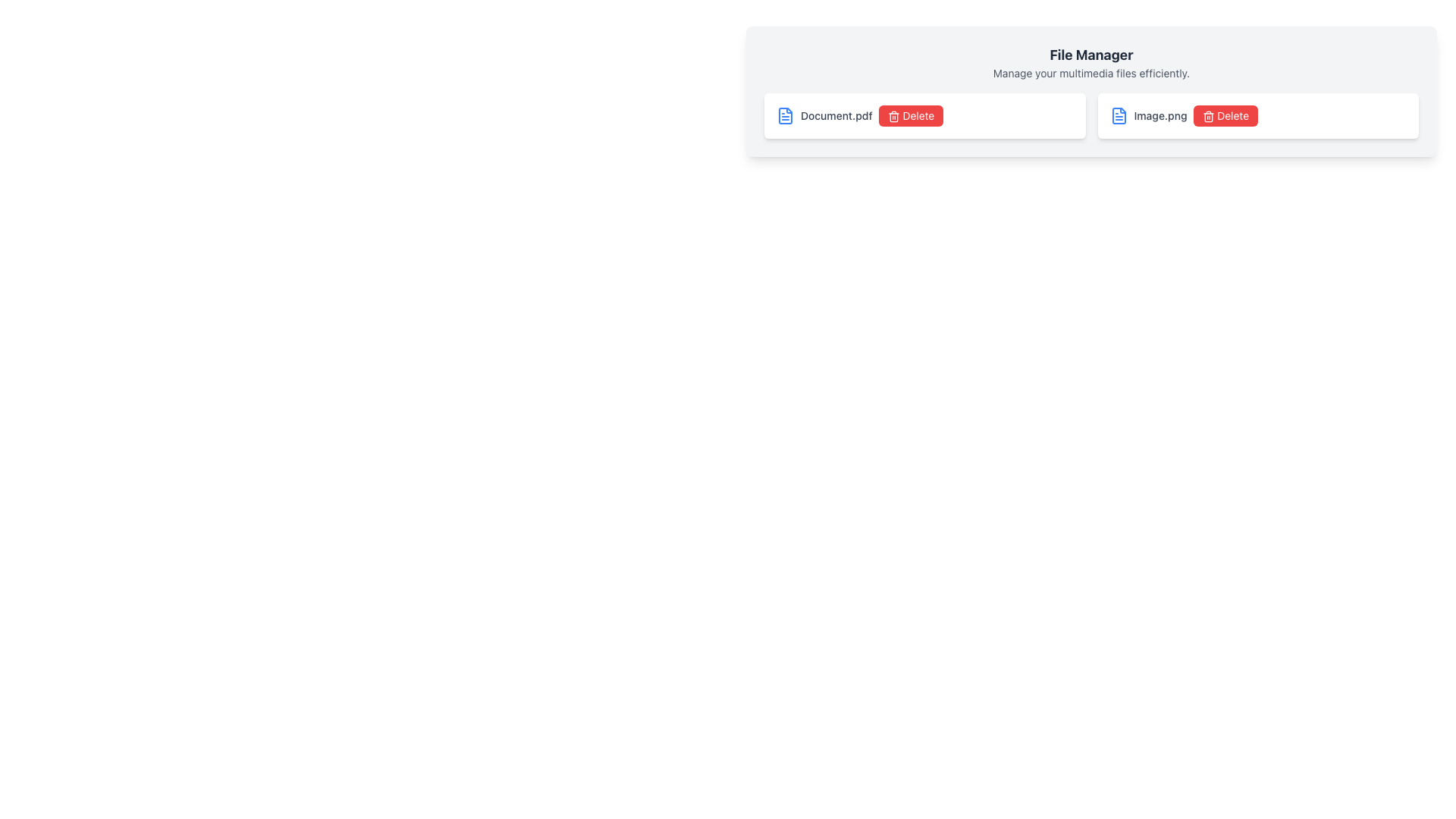  What do you see at coordinates (910, 115) in the screenshot?
I see `the delete button for 'Document.pdf'` at bounding box center [910, 115].